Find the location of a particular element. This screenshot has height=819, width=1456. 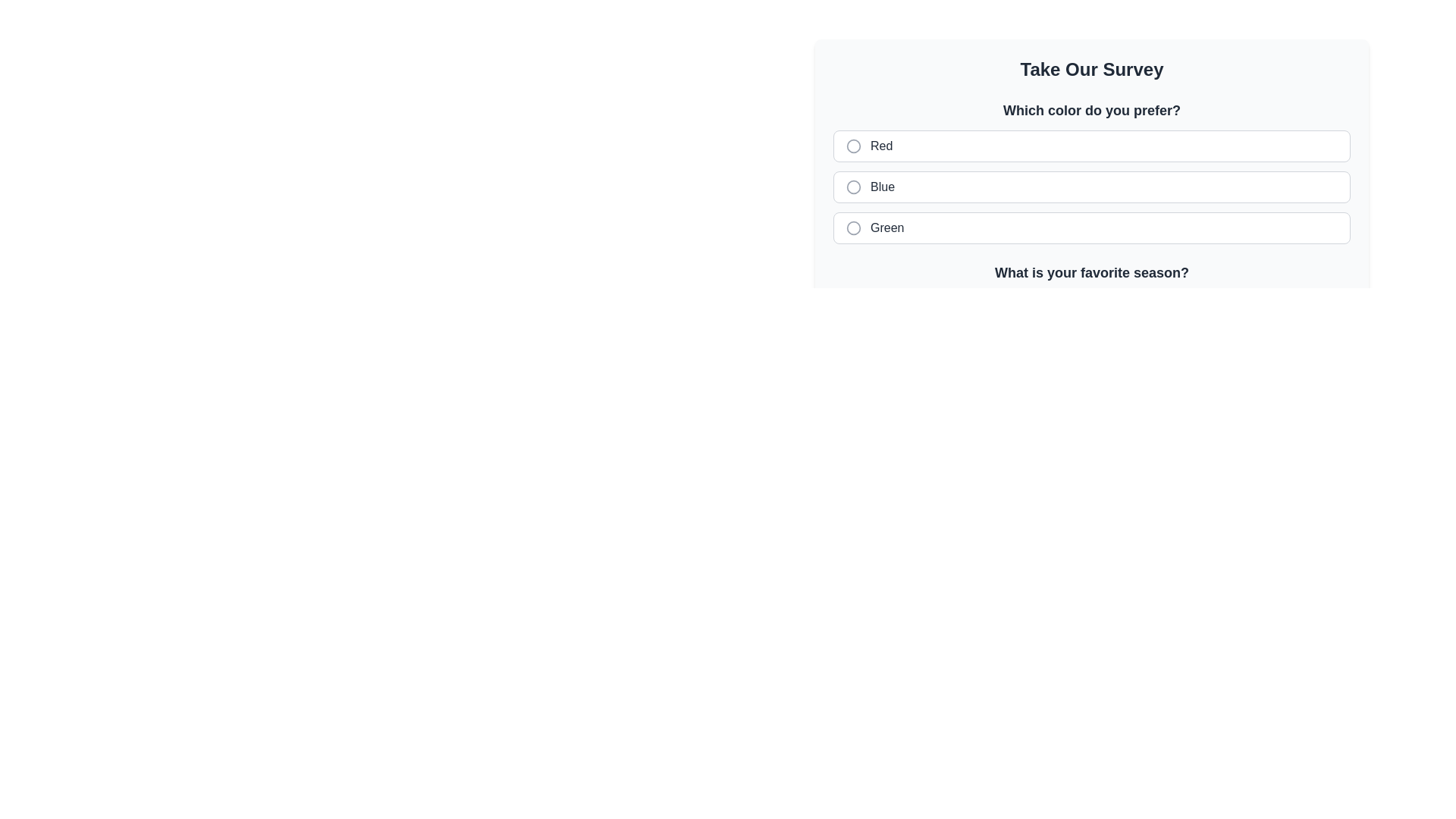

the 'Green' radio button, which is the third option in a vertical sequence of radio buttons styled with rounded corners is located at coordinates (1092, 227).